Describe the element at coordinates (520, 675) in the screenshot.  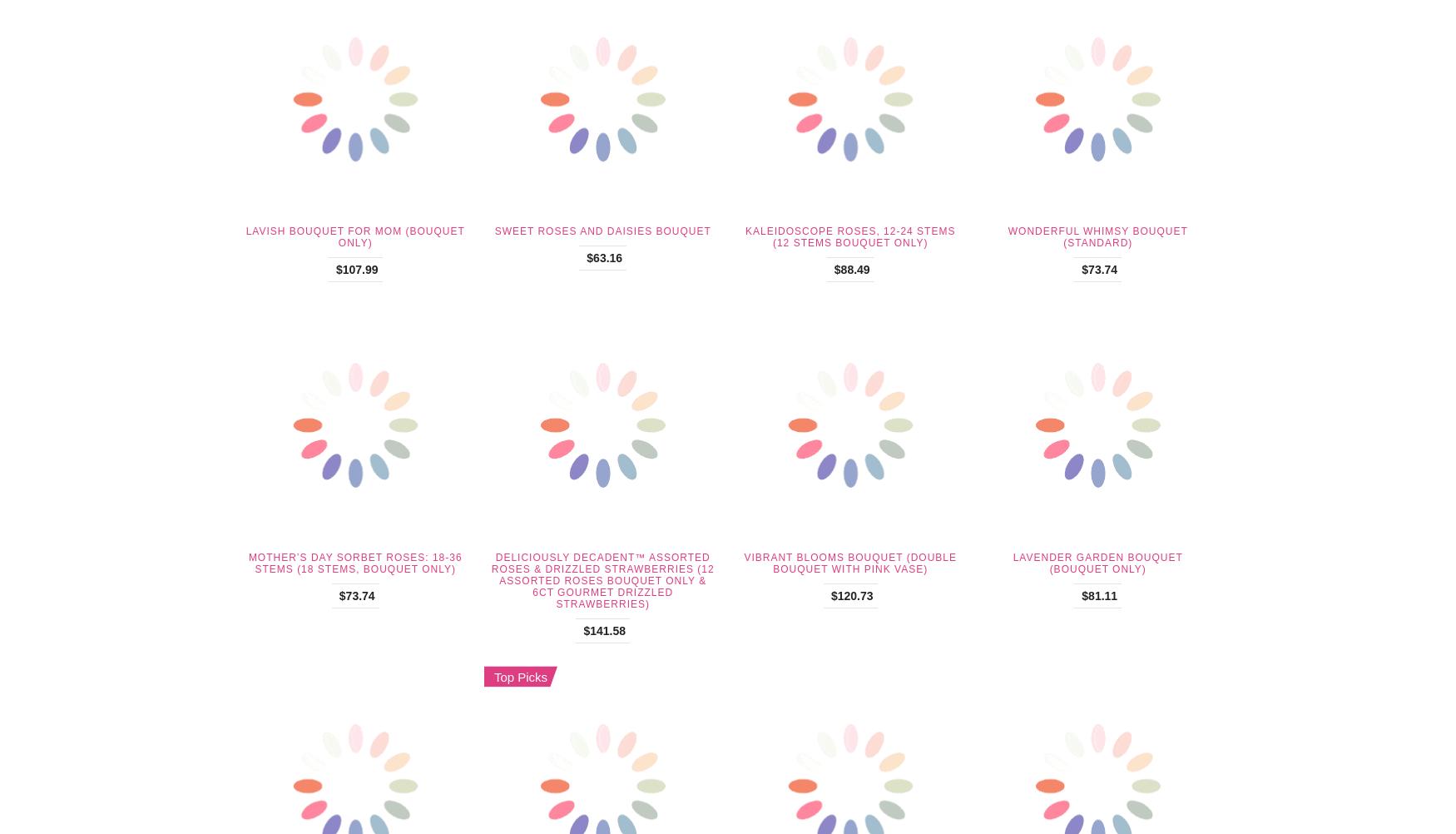
I see `'Top Picks'` at that location.